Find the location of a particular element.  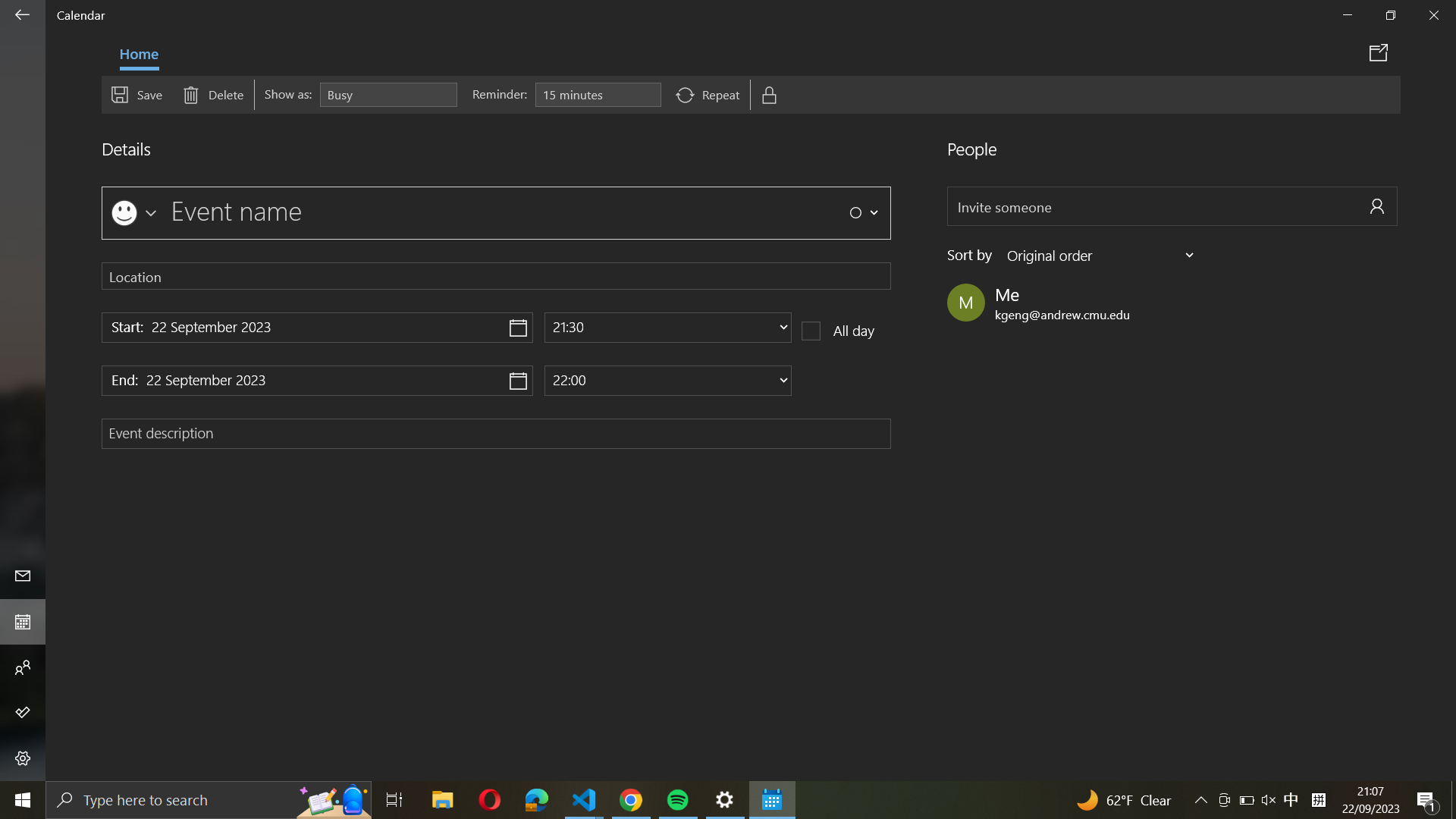

Disseminate event information via calendar utility is located at coordinates (1381, 52).